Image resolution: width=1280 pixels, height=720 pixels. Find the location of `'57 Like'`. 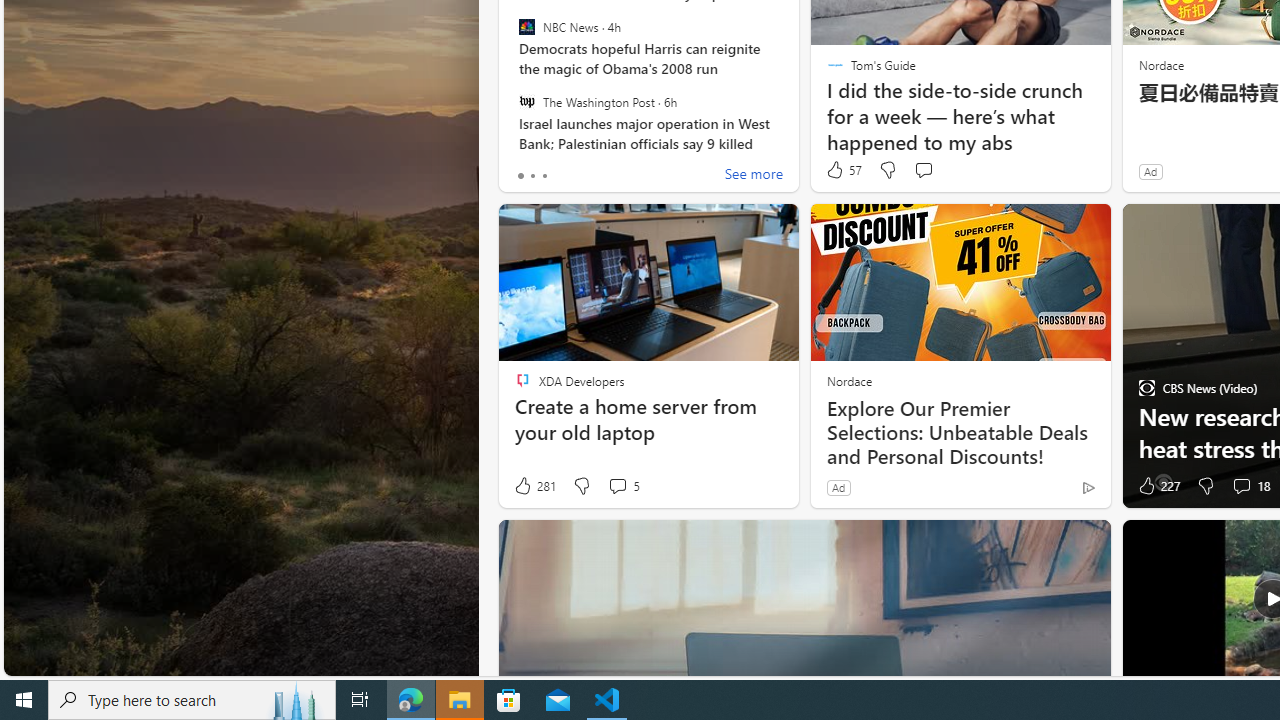

'57 Like' is located at coordinates (843, 169).